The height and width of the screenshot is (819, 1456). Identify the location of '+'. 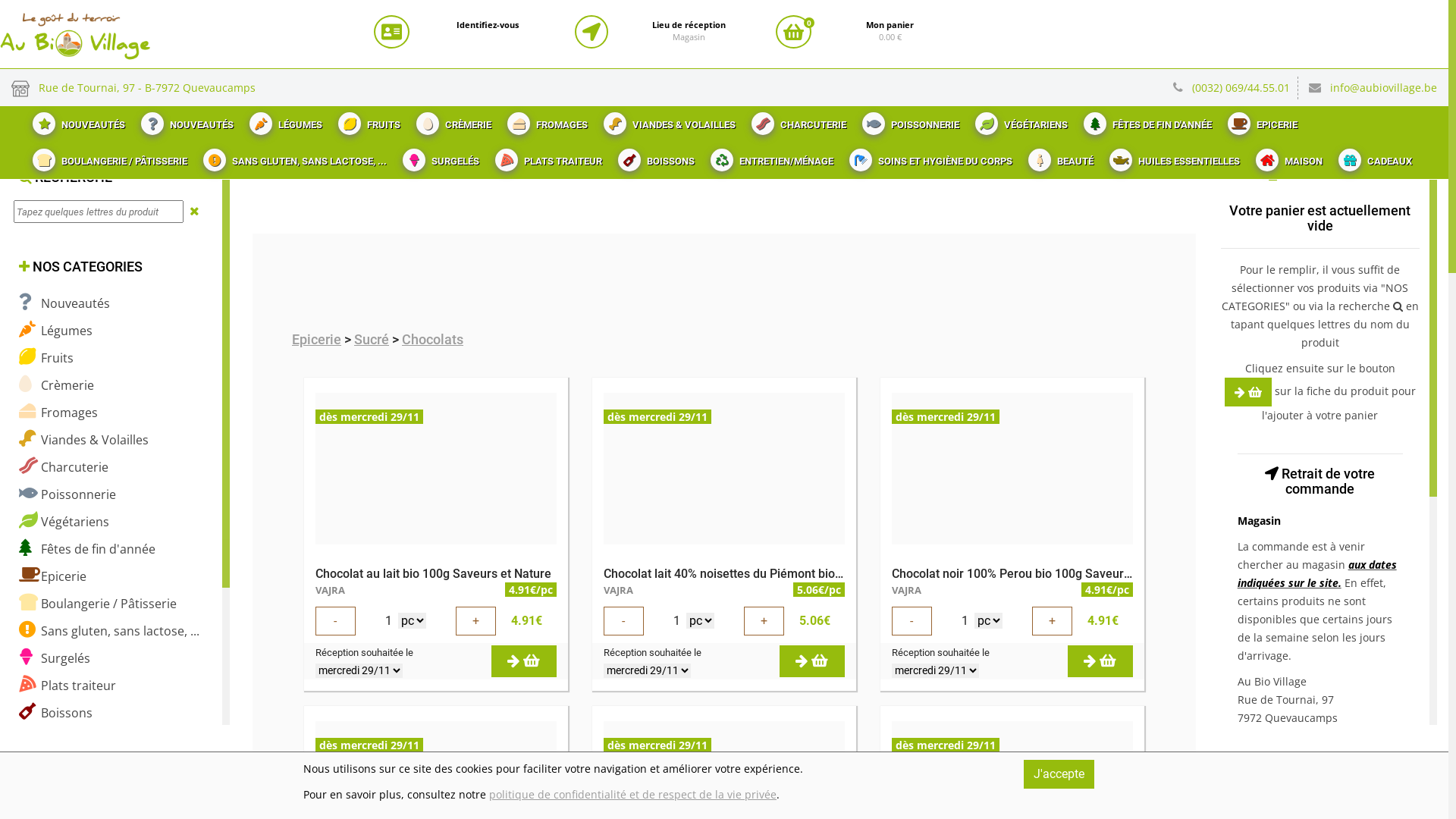
(475, 620).